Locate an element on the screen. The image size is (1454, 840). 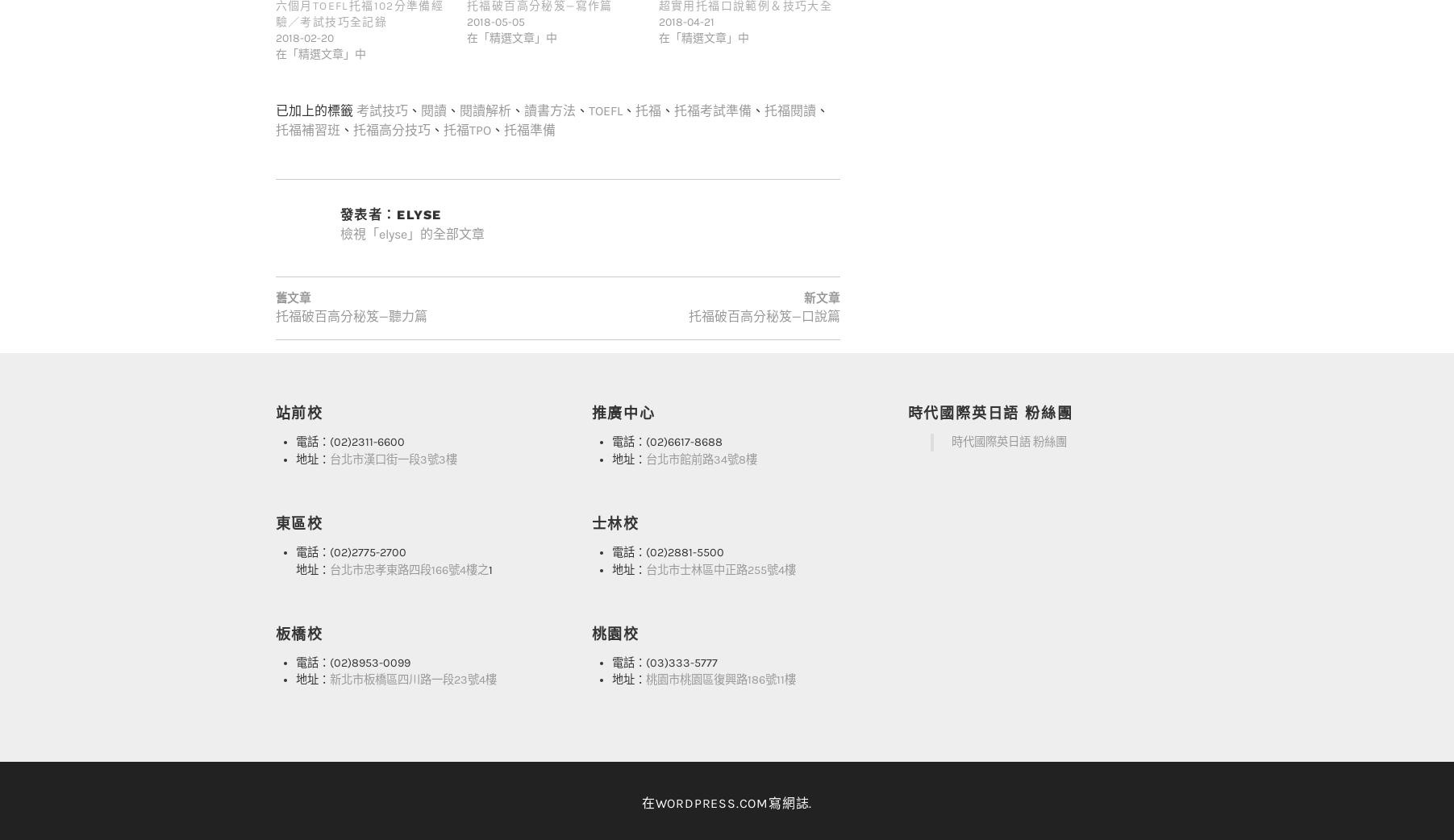
'在WordPress.com寫網誌.' is located at coordinates (725, 769).